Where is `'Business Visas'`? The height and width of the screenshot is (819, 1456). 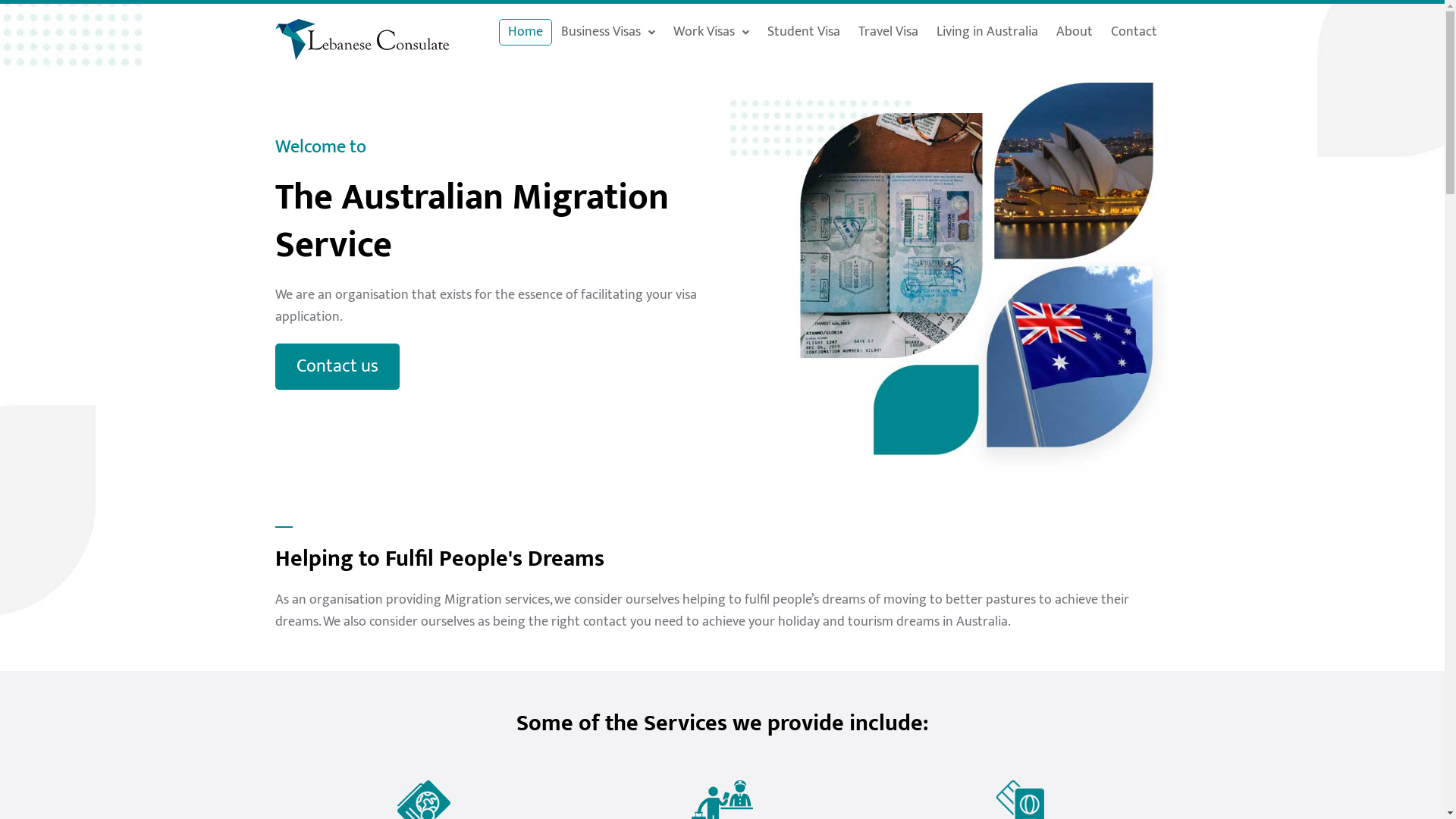
'Business Visas' is located at coordinates (607, 32).